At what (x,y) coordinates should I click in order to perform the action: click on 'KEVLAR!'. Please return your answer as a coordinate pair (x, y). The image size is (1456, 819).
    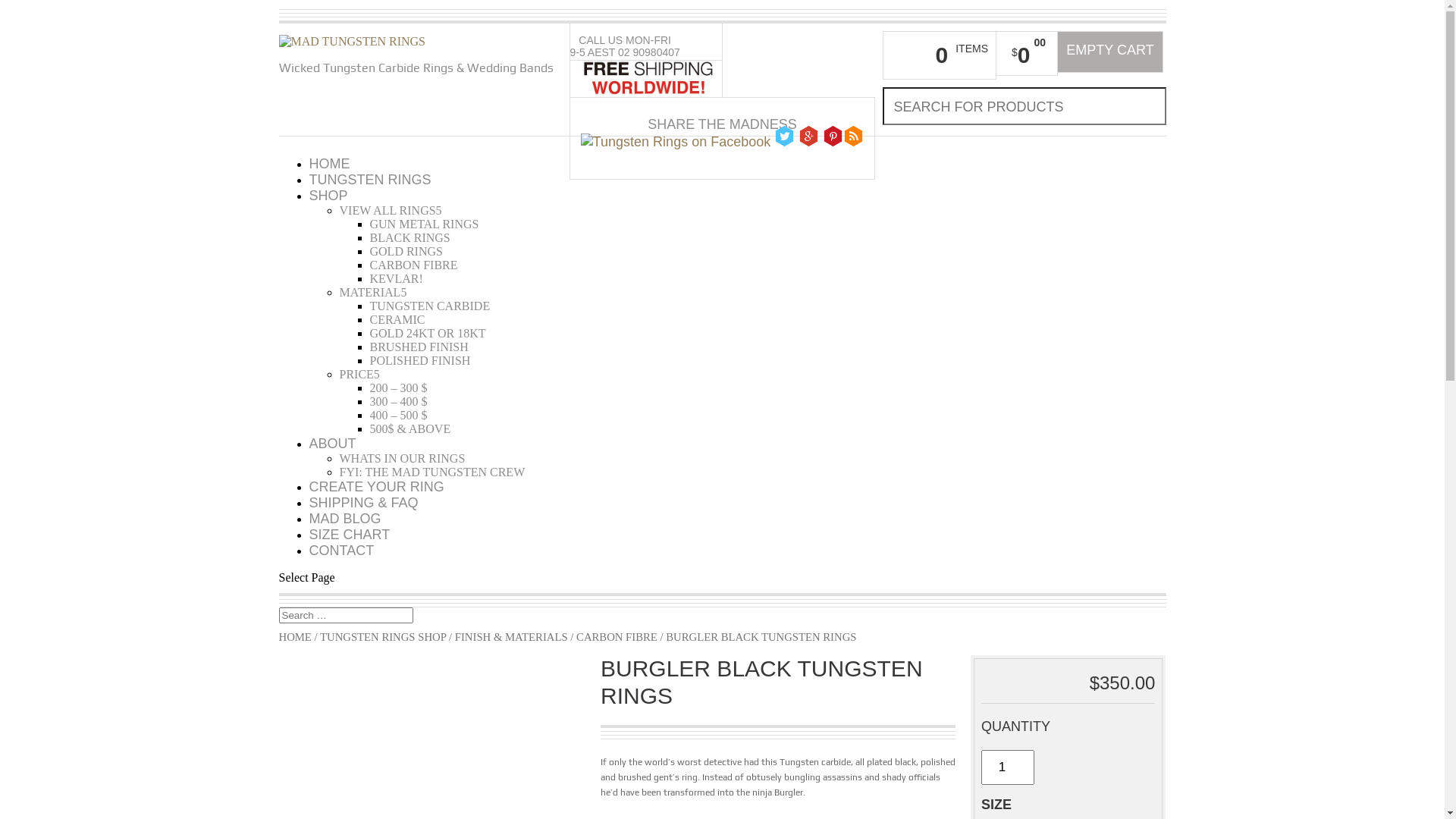
    Looking at the image, I should click on (397, 278).